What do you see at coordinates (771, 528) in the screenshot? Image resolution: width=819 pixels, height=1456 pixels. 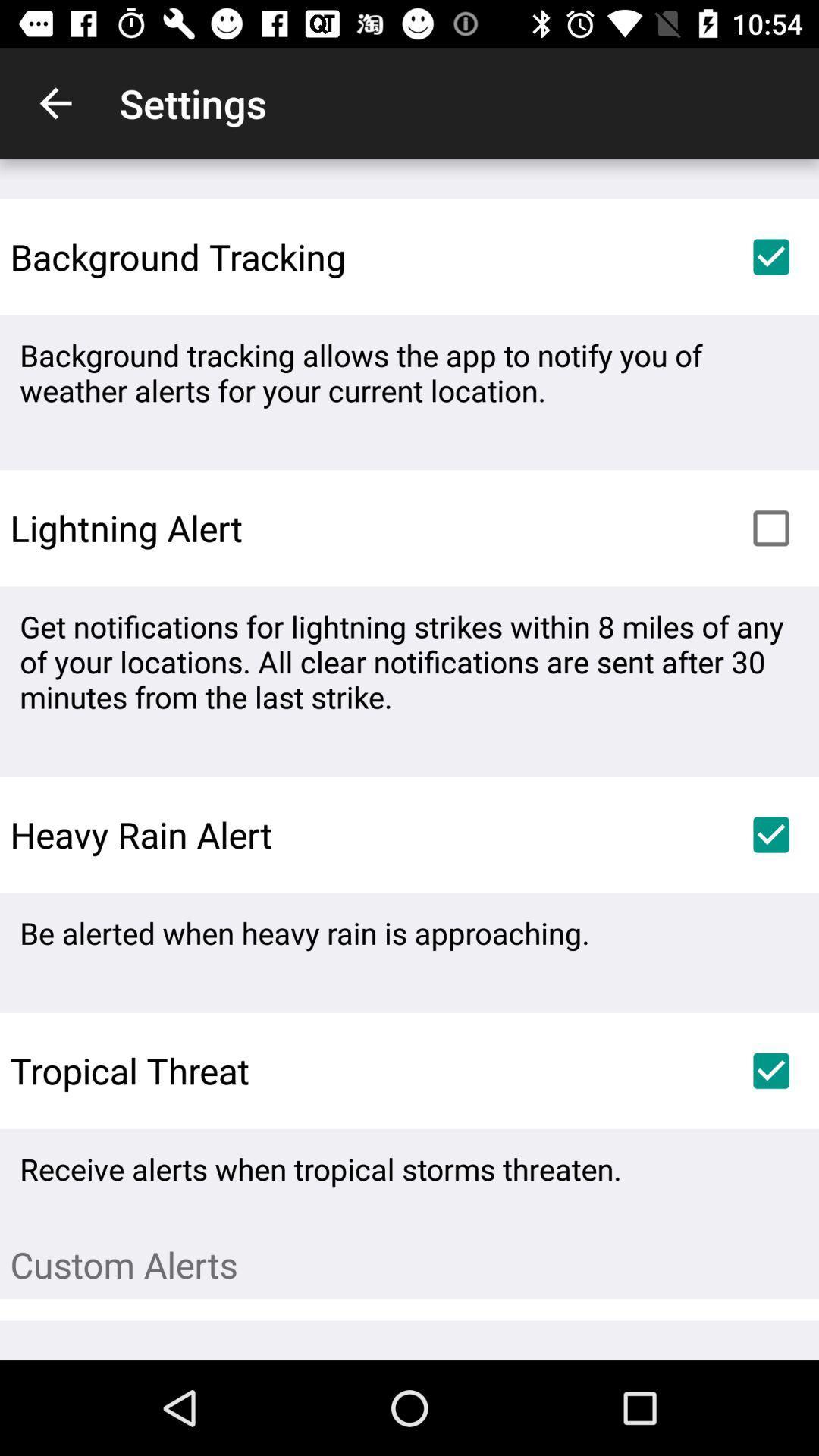 I see `tab to add lightning alert` at bounding box center [771, 528].